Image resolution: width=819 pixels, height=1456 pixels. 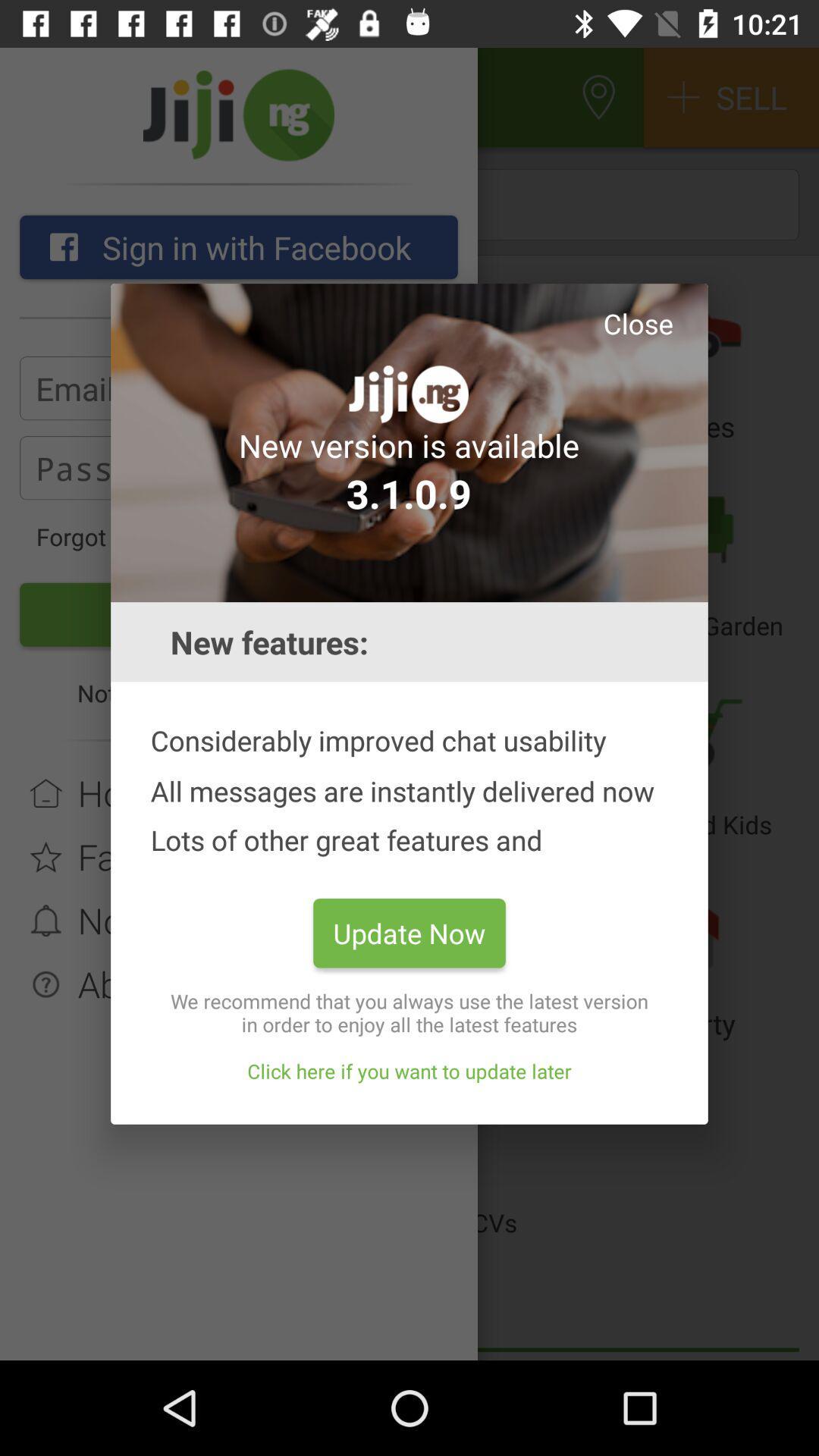 I want to click on the item below the we recommend that icon, so click(x=409, y=1070).